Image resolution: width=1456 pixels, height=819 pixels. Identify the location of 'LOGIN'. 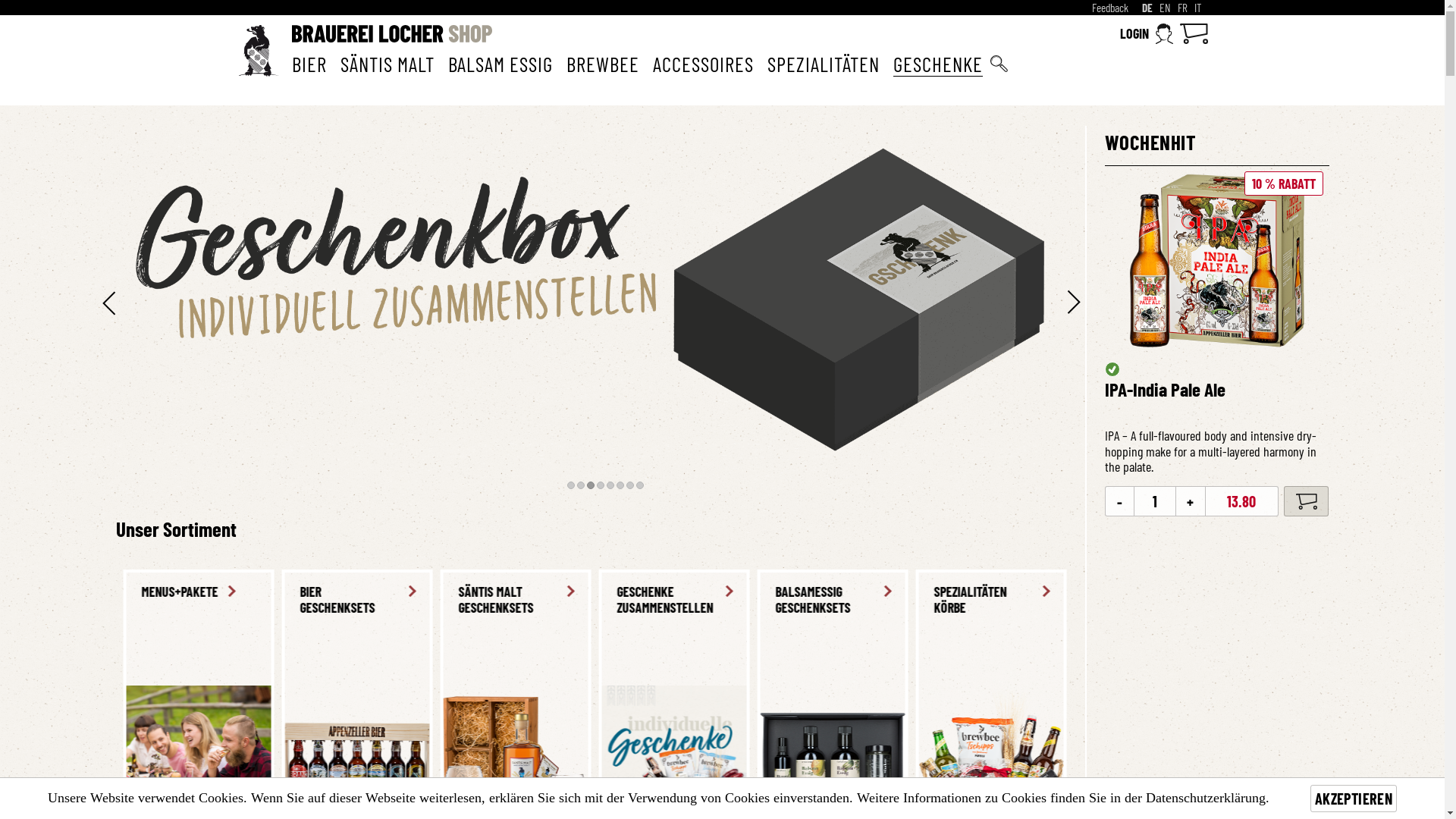
(1146, 33).